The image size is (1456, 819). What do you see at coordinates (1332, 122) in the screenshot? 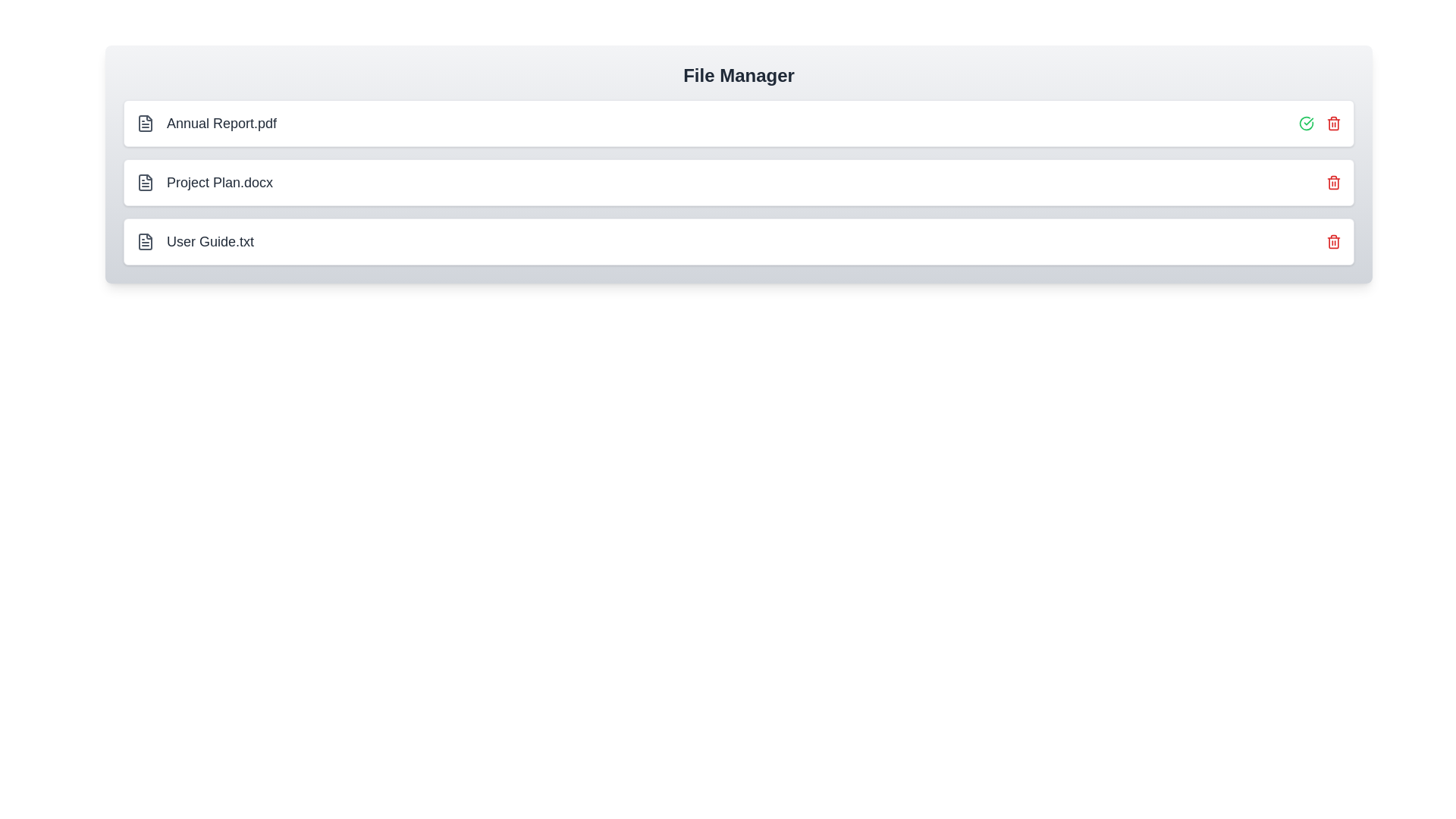
I see `the icon button on the far right of the action bar` at bounding box center [1332, 122].